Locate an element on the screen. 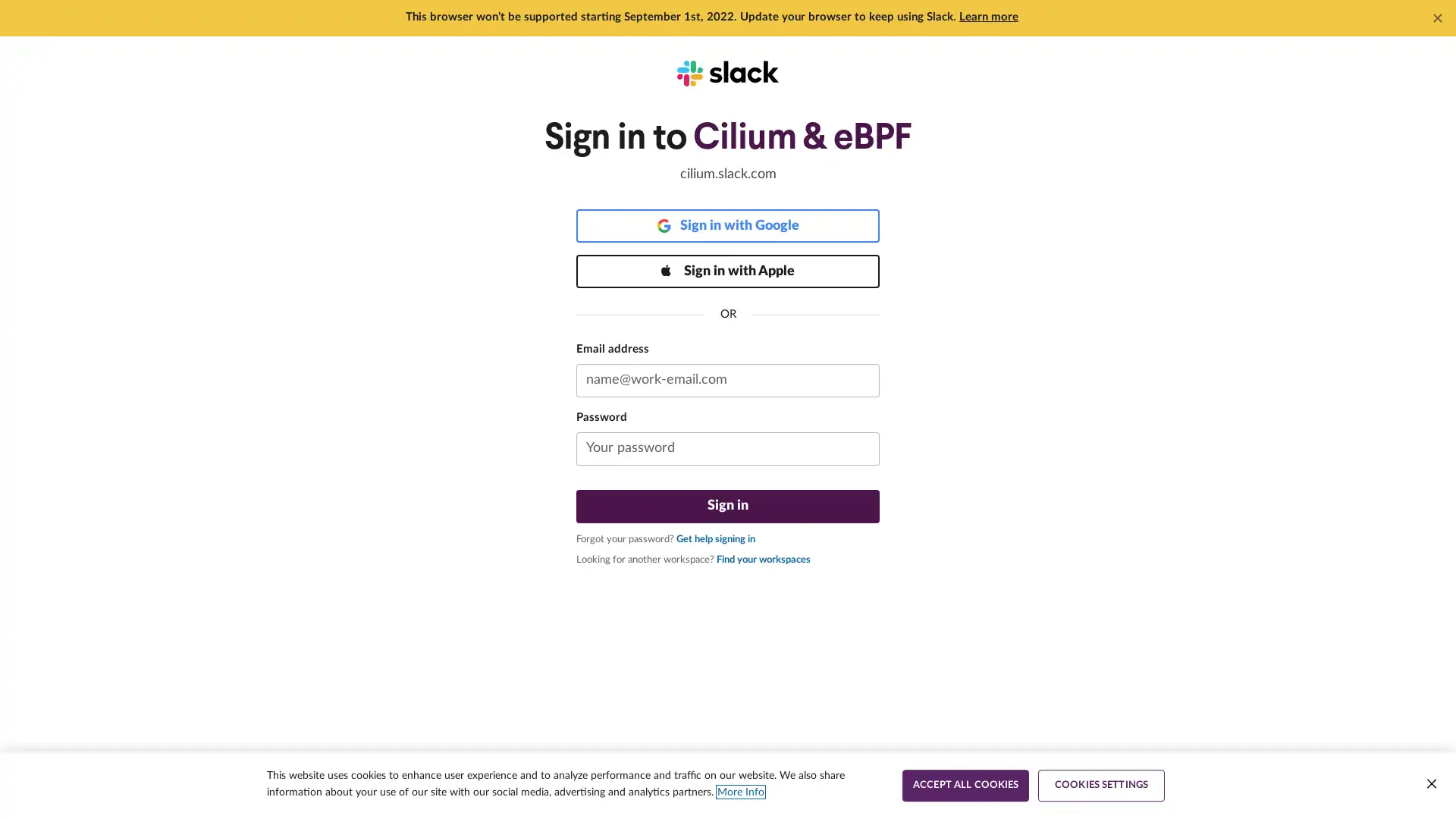  ACCEPT ALL COOKIES is located at coordinates (965, 785).